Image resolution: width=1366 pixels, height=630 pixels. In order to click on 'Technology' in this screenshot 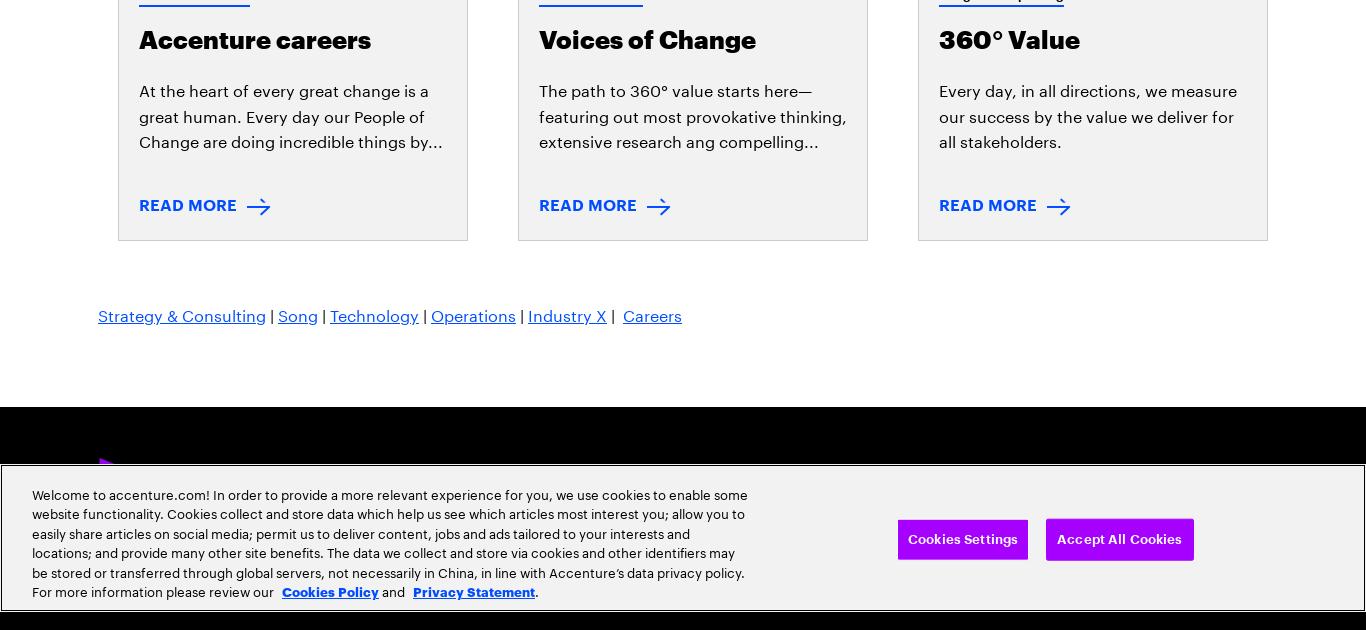, I will do `click(373, 71)`.